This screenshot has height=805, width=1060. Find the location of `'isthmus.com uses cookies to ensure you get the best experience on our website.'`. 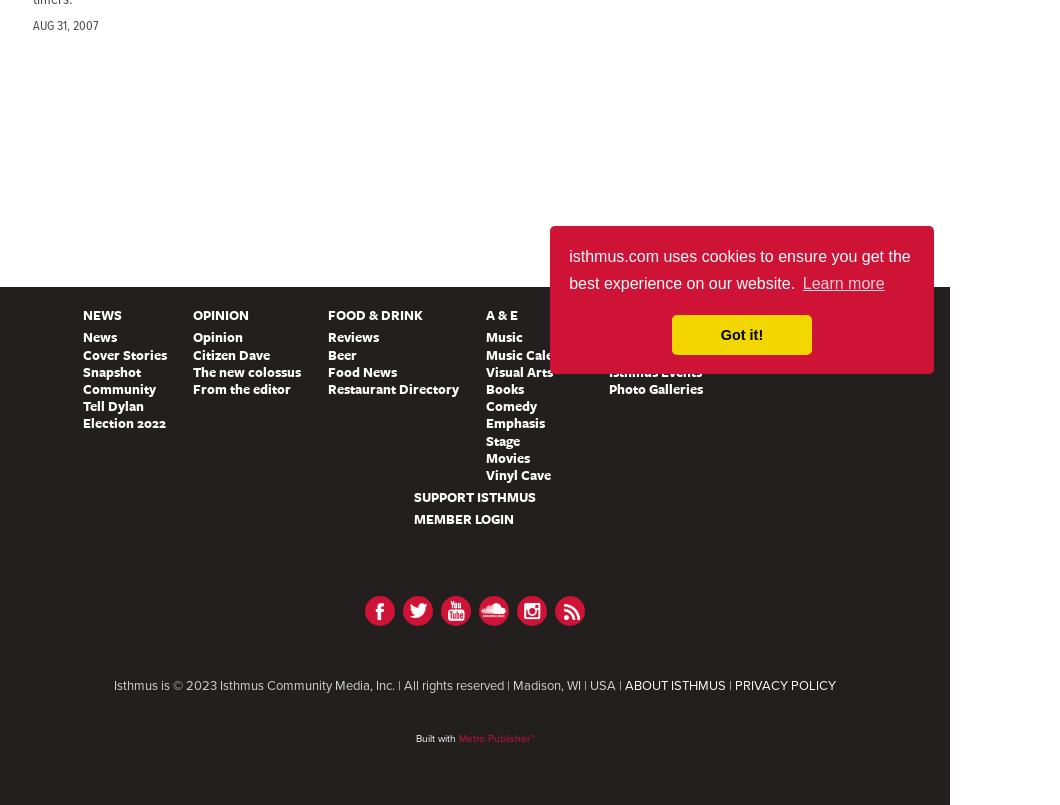

'isthmus.com uses cookies to ensure you get the best experience on our website.' is located at coordinates (569, 269).